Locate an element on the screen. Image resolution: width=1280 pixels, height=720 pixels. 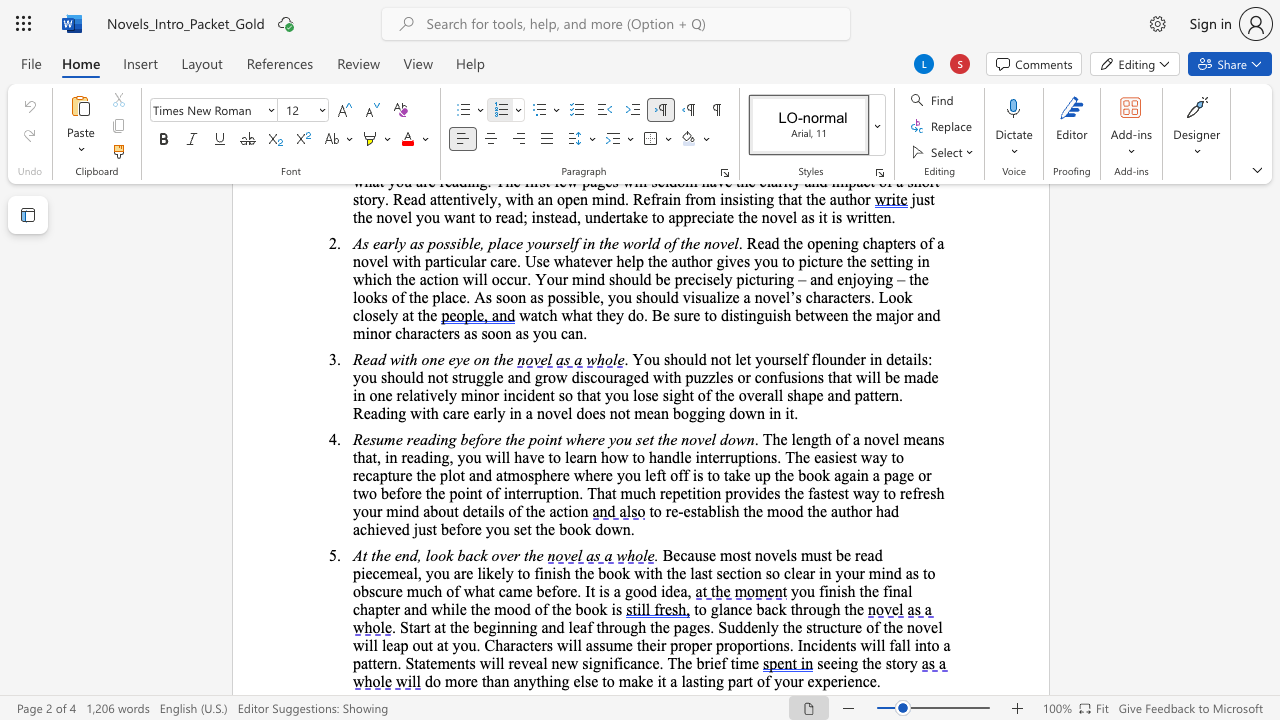
the 5th character "e" in the text is located at coordinates (497, 438).